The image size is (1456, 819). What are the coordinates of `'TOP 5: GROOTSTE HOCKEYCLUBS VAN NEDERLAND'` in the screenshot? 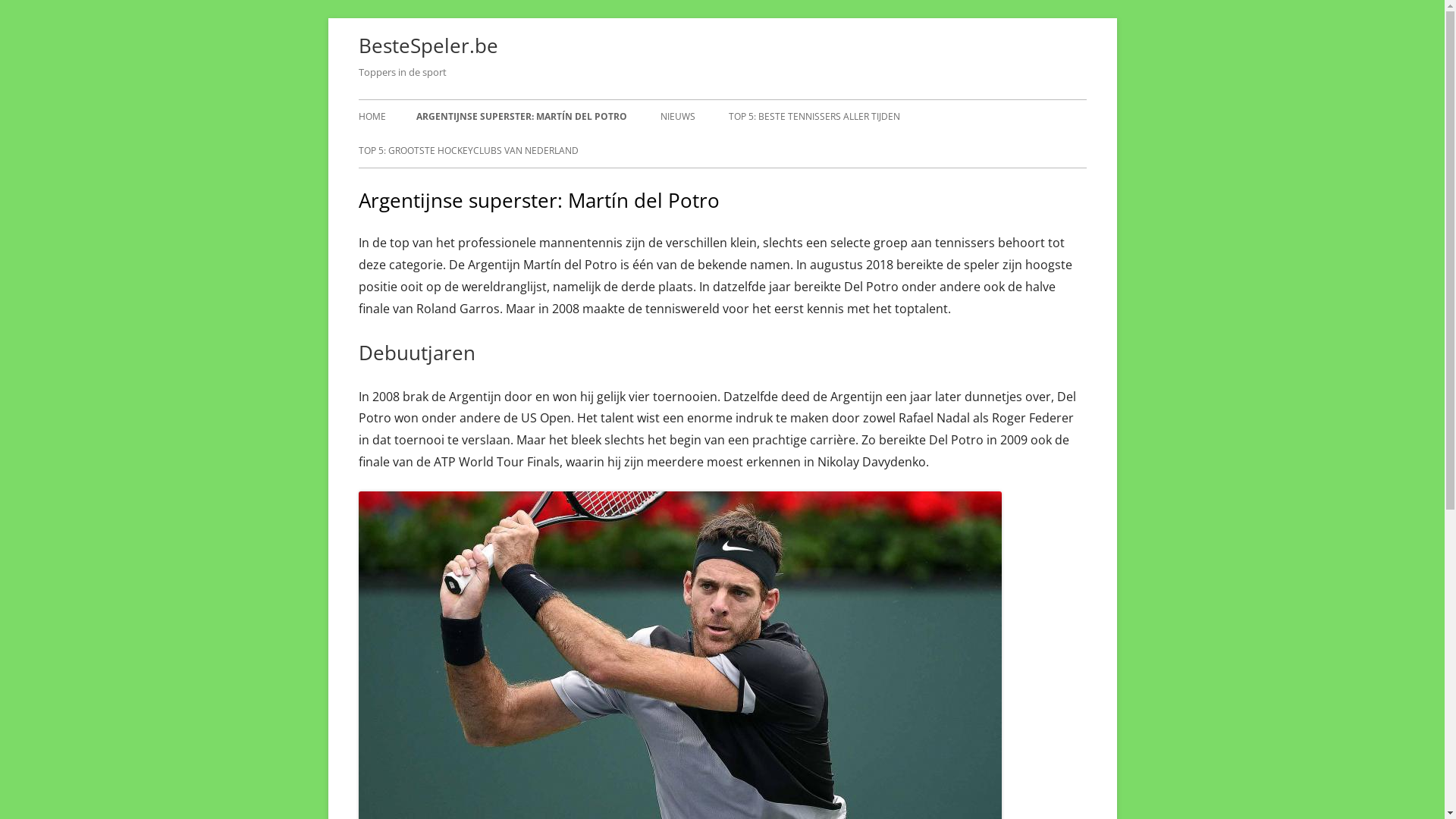 It's located at (356, 151).